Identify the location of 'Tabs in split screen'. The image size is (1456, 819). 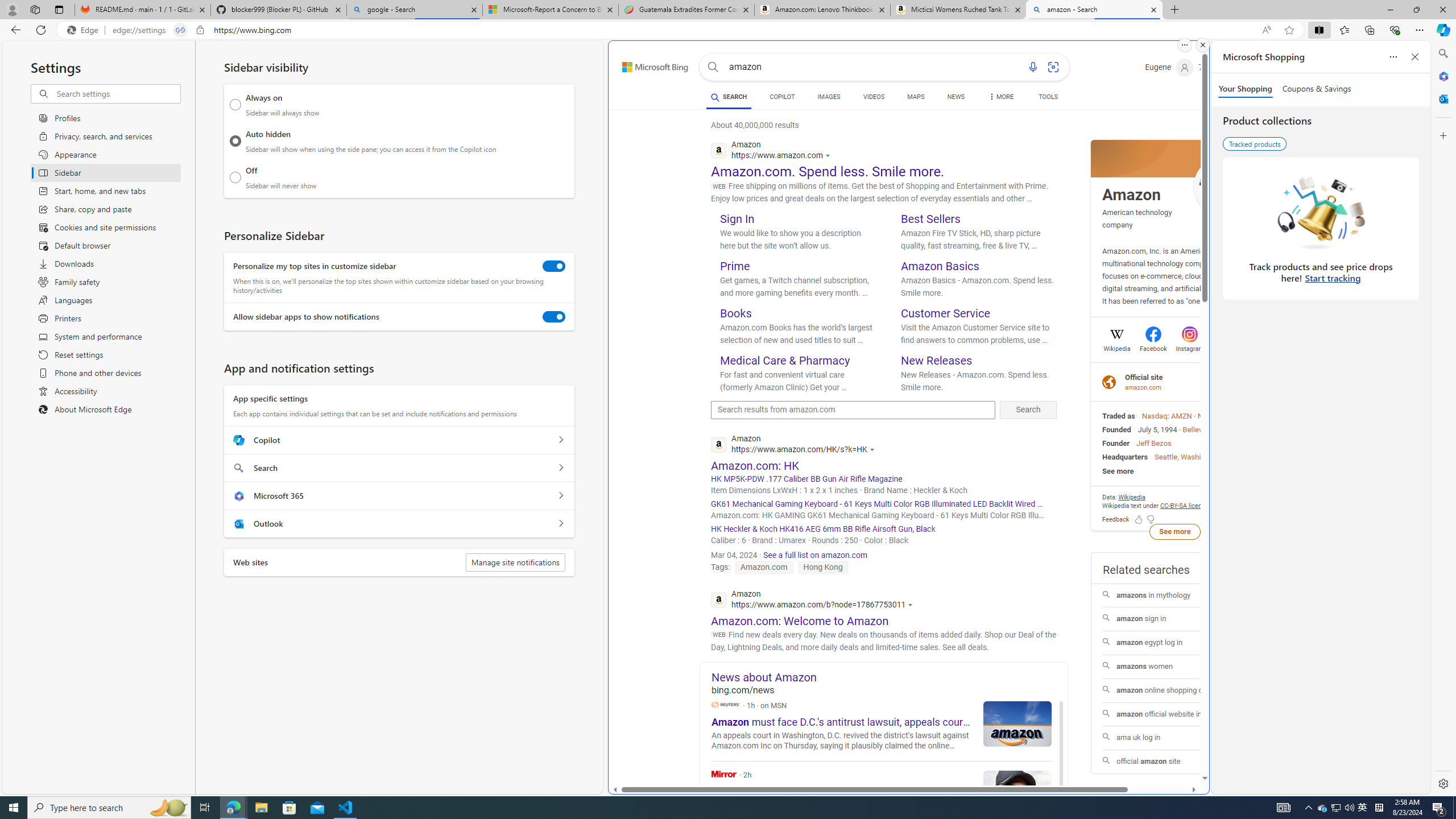
(180, 30).